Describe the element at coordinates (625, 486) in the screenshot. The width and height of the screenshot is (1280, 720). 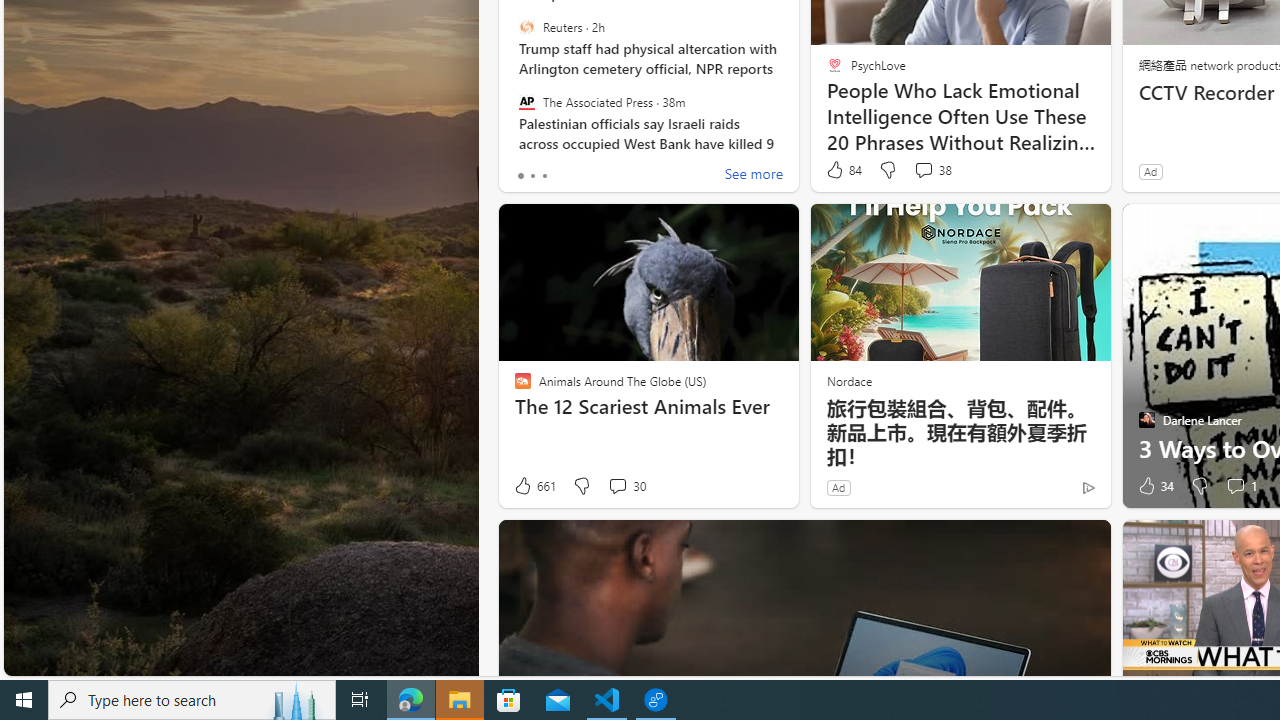
I see `'View comments 30 Comment'` at that location.